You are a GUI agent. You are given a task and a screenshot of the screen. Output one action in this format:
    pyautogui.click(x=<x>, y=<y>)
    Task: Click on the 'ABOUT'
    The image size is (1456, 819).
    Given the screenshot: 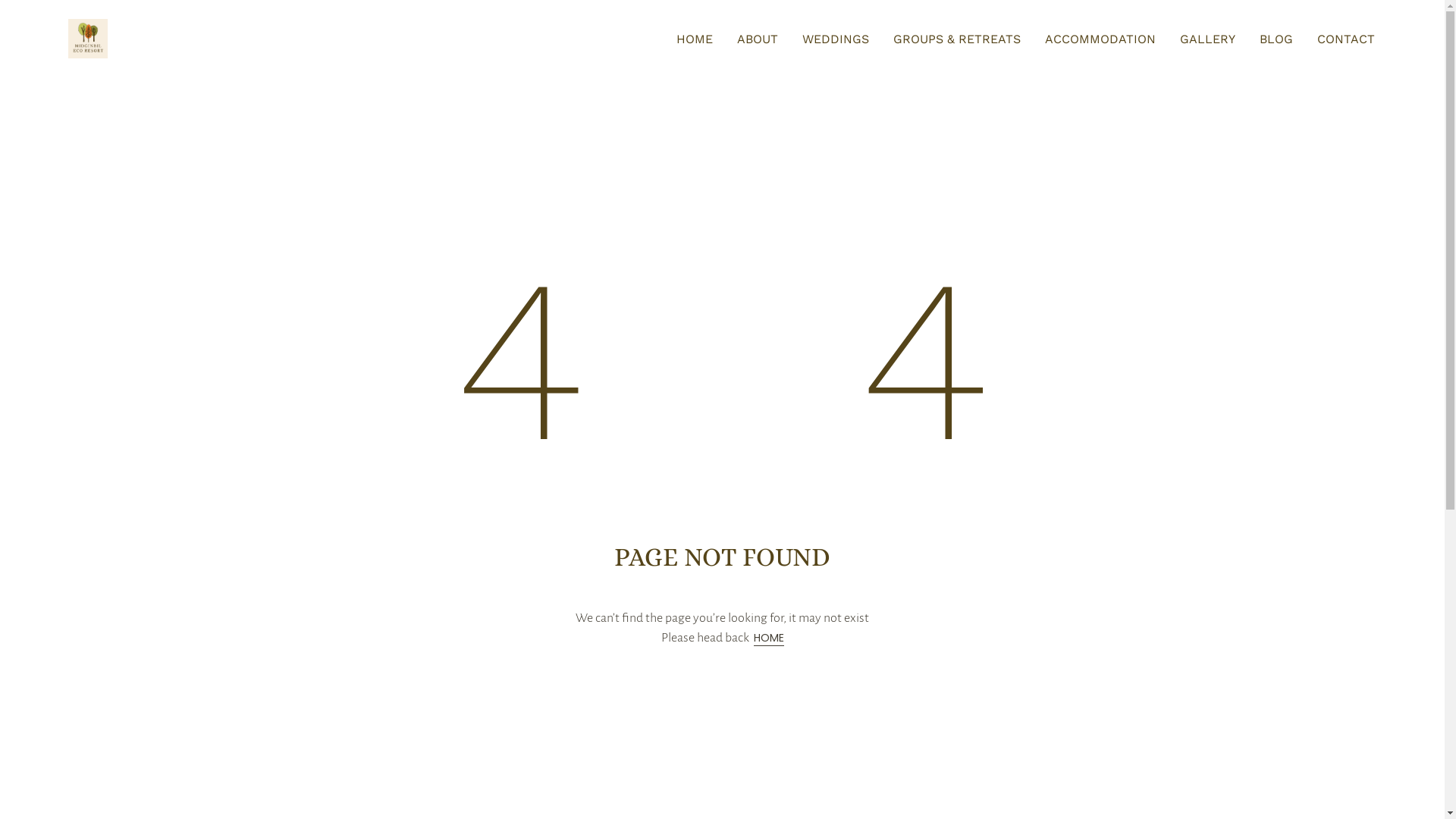 What is the action you would take?
    pyautogui.click(x=757, y=38)
    